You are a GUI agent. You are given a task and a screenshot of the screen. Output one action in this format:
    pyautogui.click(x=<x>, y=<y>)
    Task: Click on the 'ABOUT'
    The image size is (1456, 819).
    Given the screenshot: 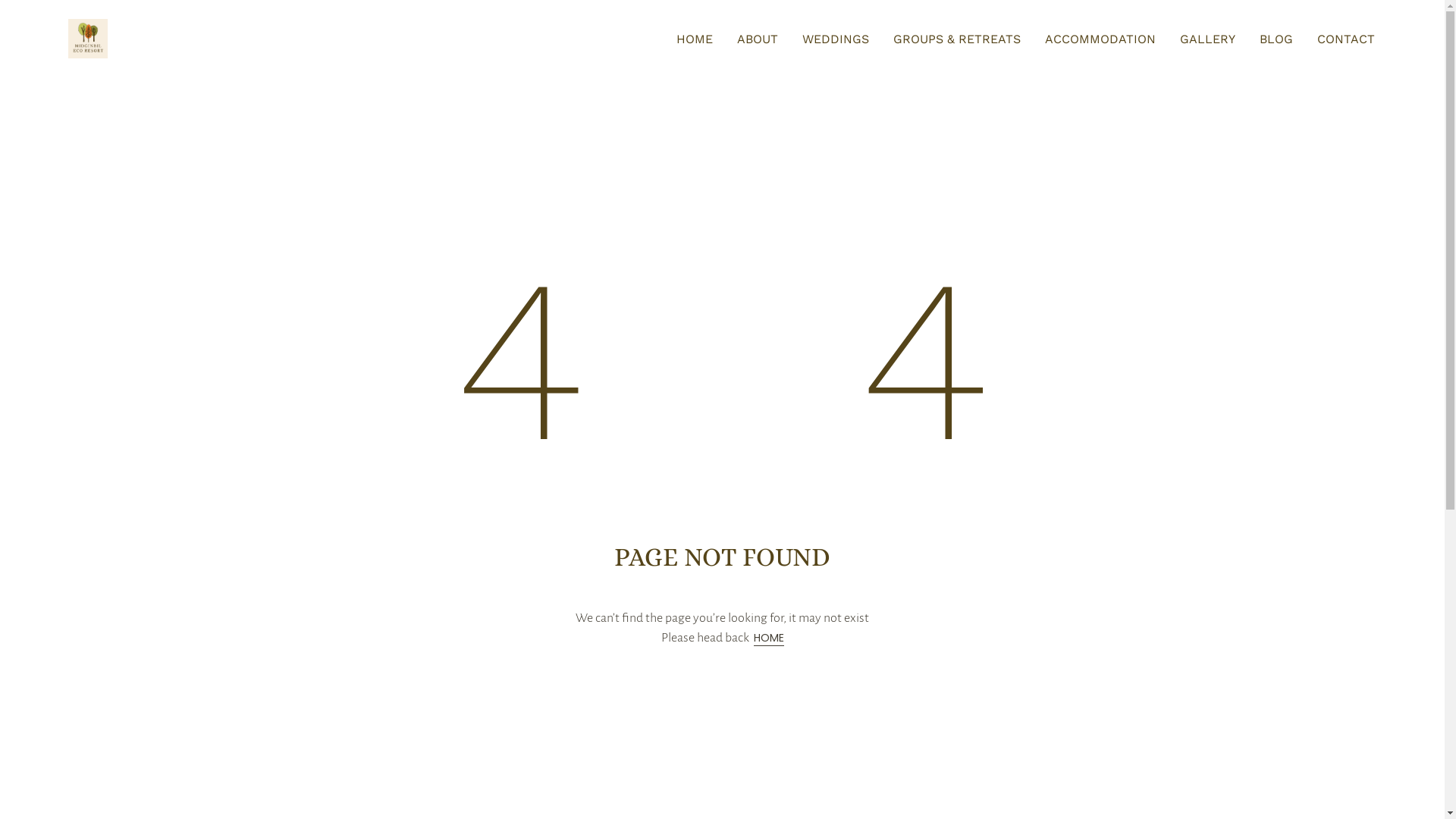 What is the action you would take?
    pyautogui.click(x=757, y=38)
    